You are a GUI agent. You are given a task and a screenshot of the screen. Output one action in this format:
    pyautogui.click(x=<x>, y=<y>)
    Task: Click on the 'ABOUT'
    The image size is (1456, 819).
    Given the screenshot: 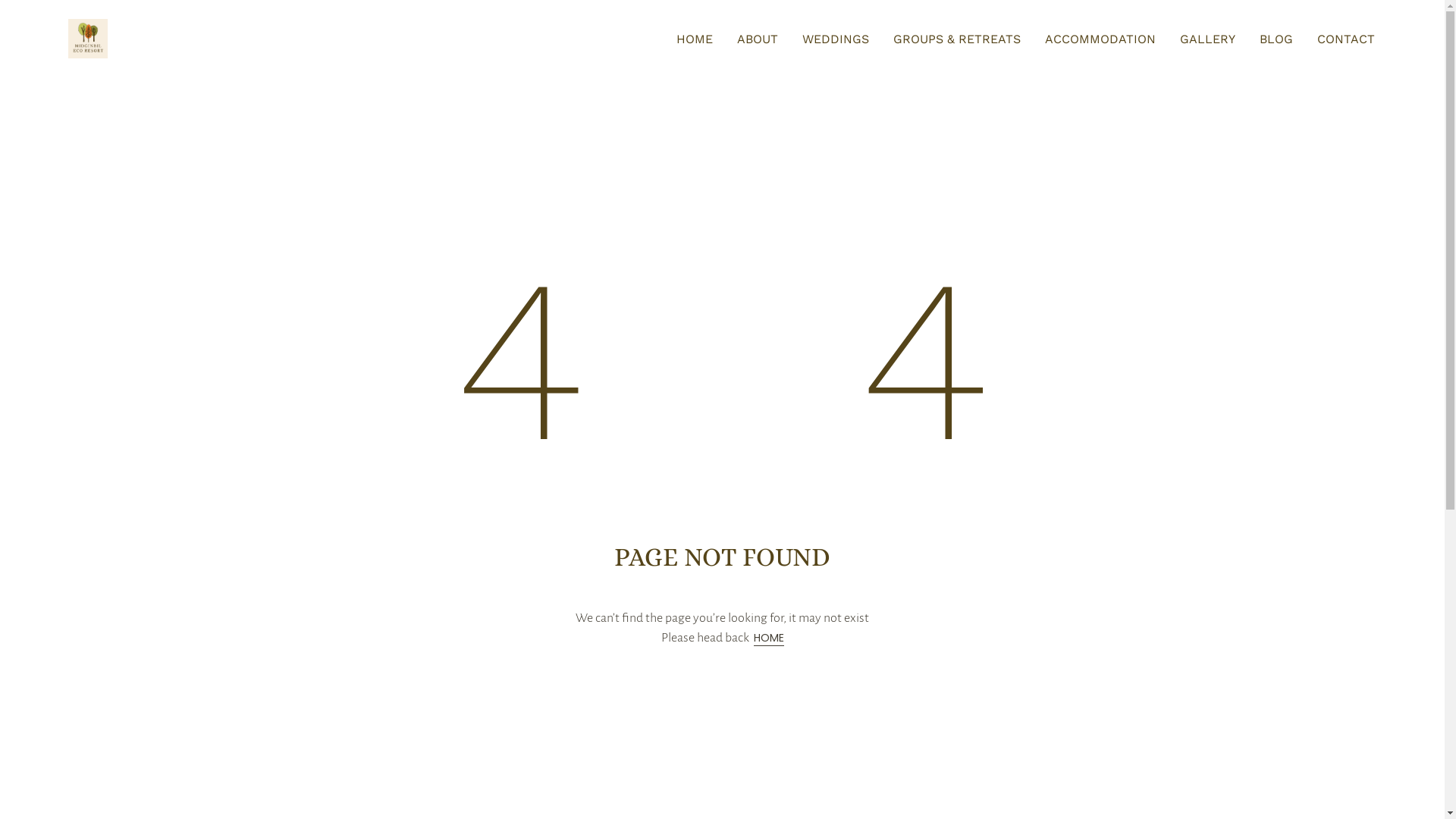 What is the action you would take?
    pyautogui.click(x=757, y=38)
    